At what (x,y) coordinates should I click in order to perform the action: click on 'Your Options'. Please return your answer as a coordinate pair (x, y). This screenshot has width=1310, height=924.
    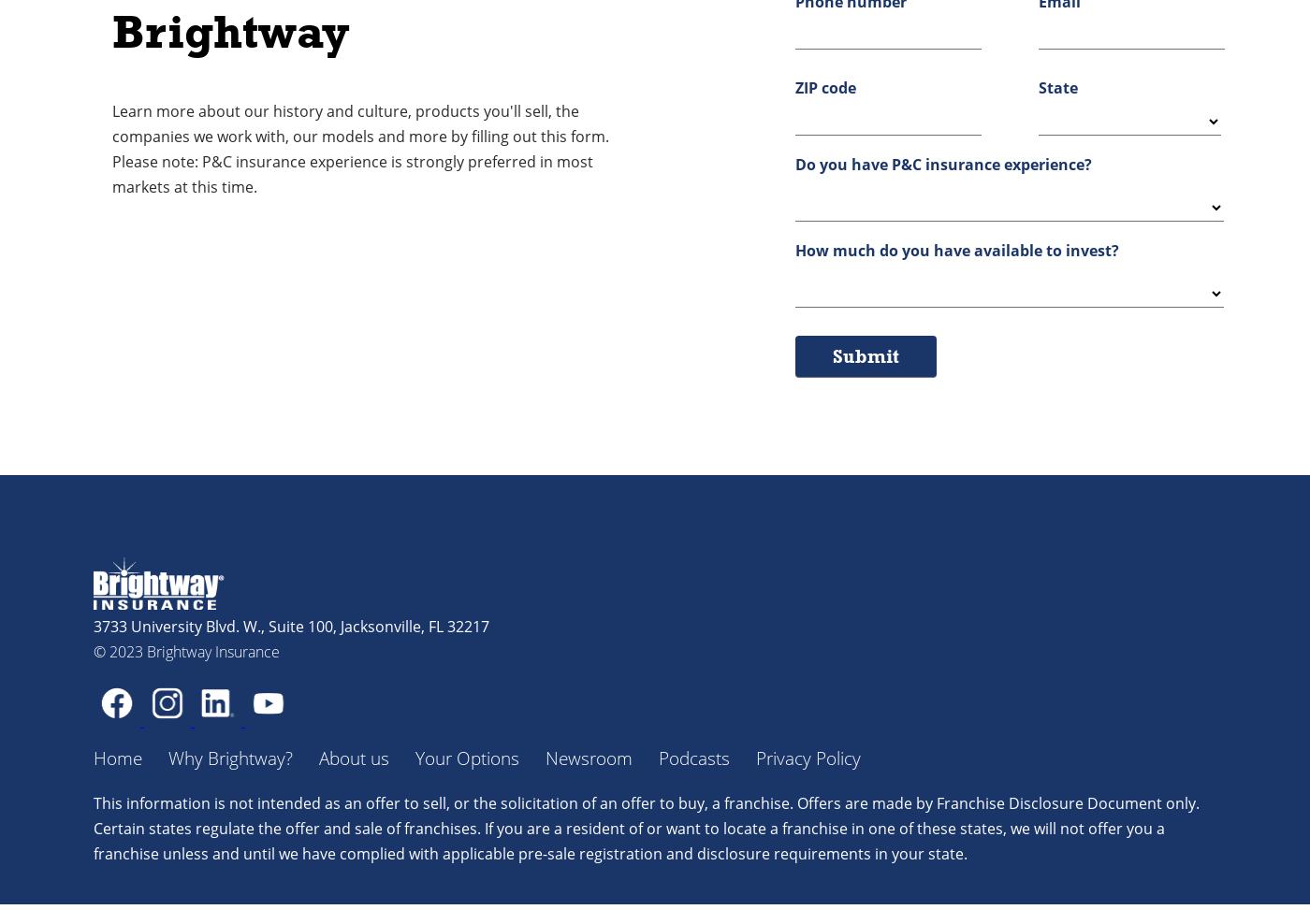
    Looking at the image, I should click on (467, 758).